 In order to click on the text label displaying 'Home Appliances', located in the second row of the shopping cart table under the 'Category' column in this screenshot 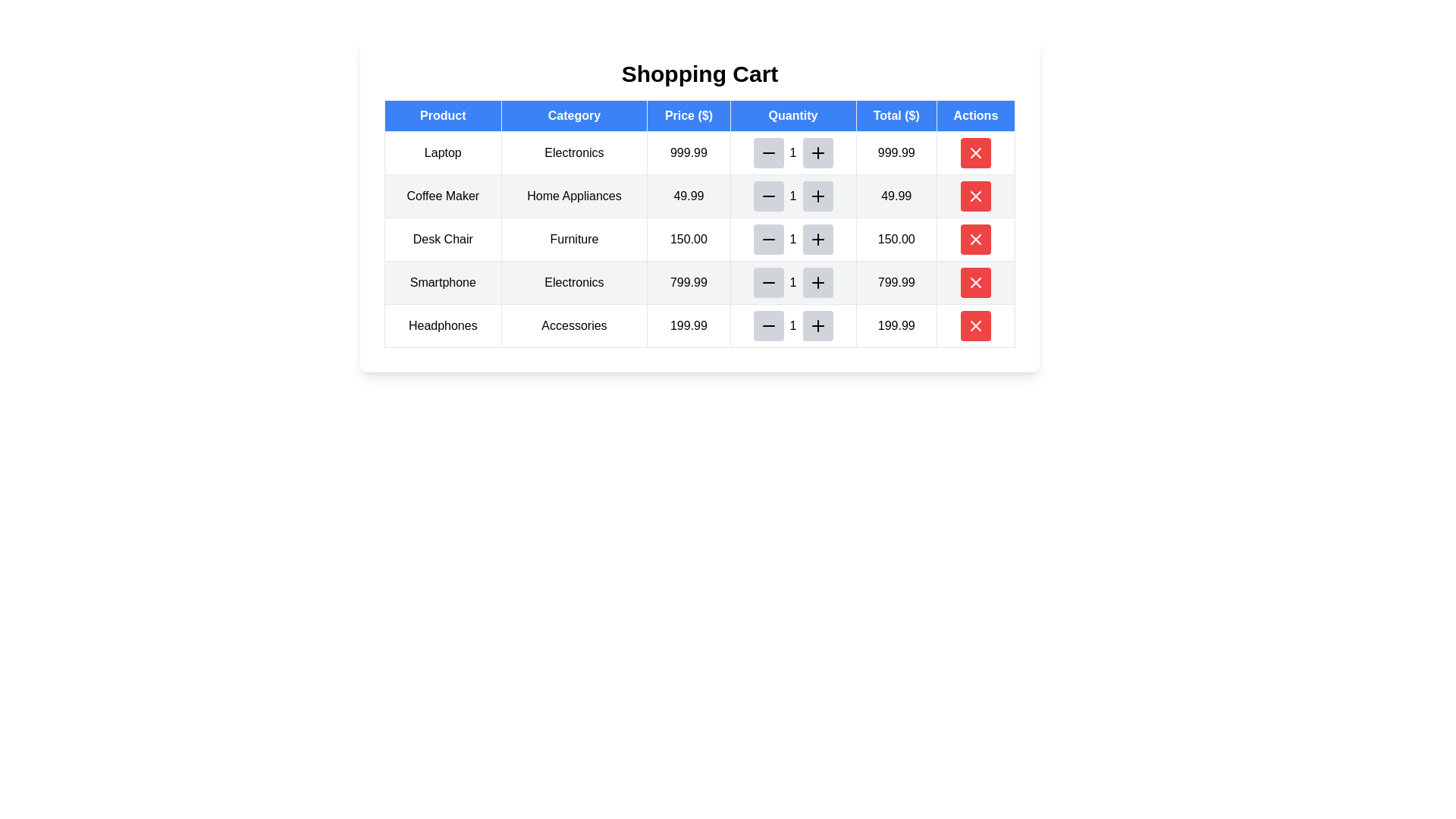, I will do `click(573, 195)`.